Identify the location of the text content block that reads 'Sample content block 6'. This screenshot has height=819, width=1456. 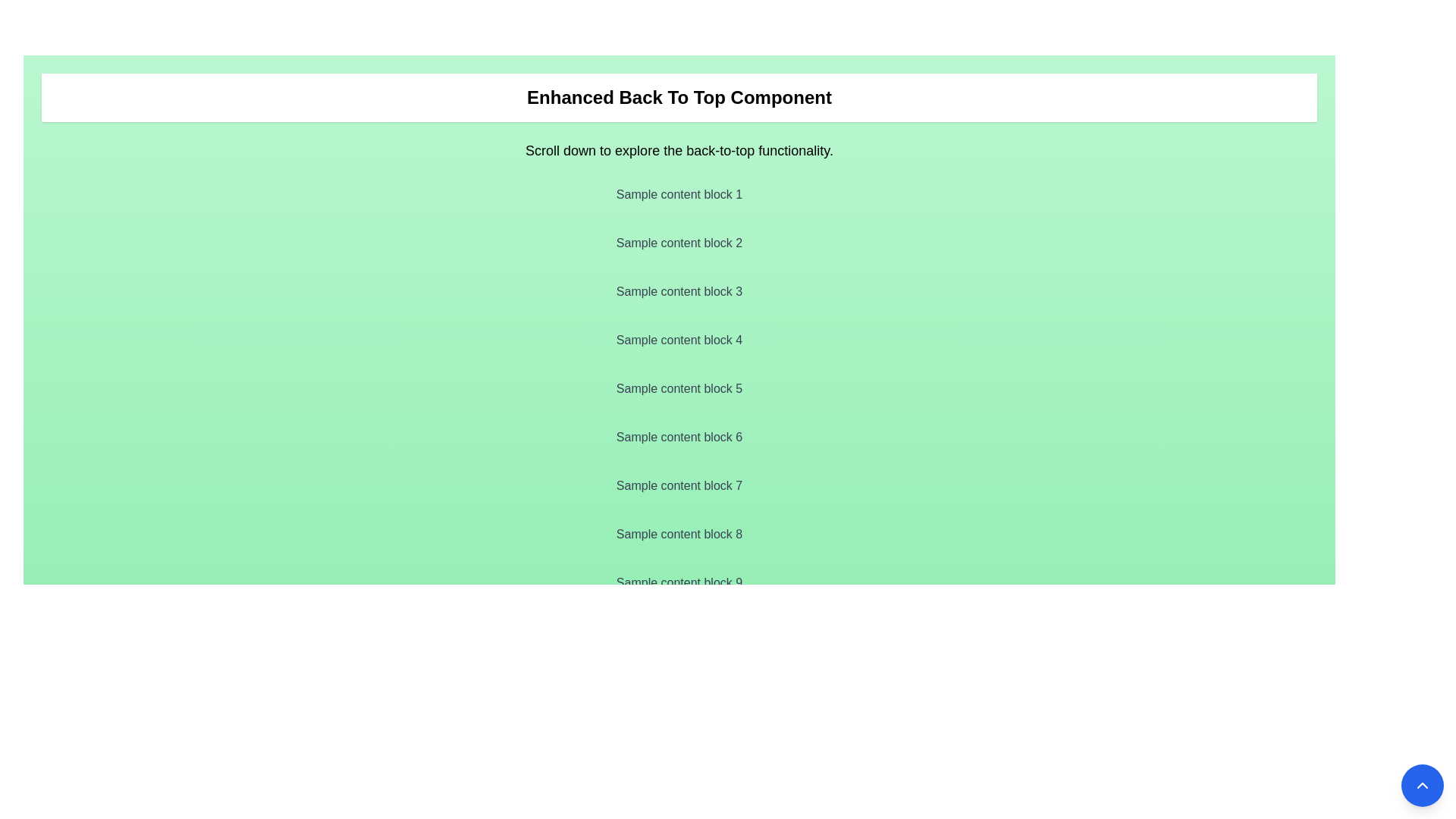
(679, 438).